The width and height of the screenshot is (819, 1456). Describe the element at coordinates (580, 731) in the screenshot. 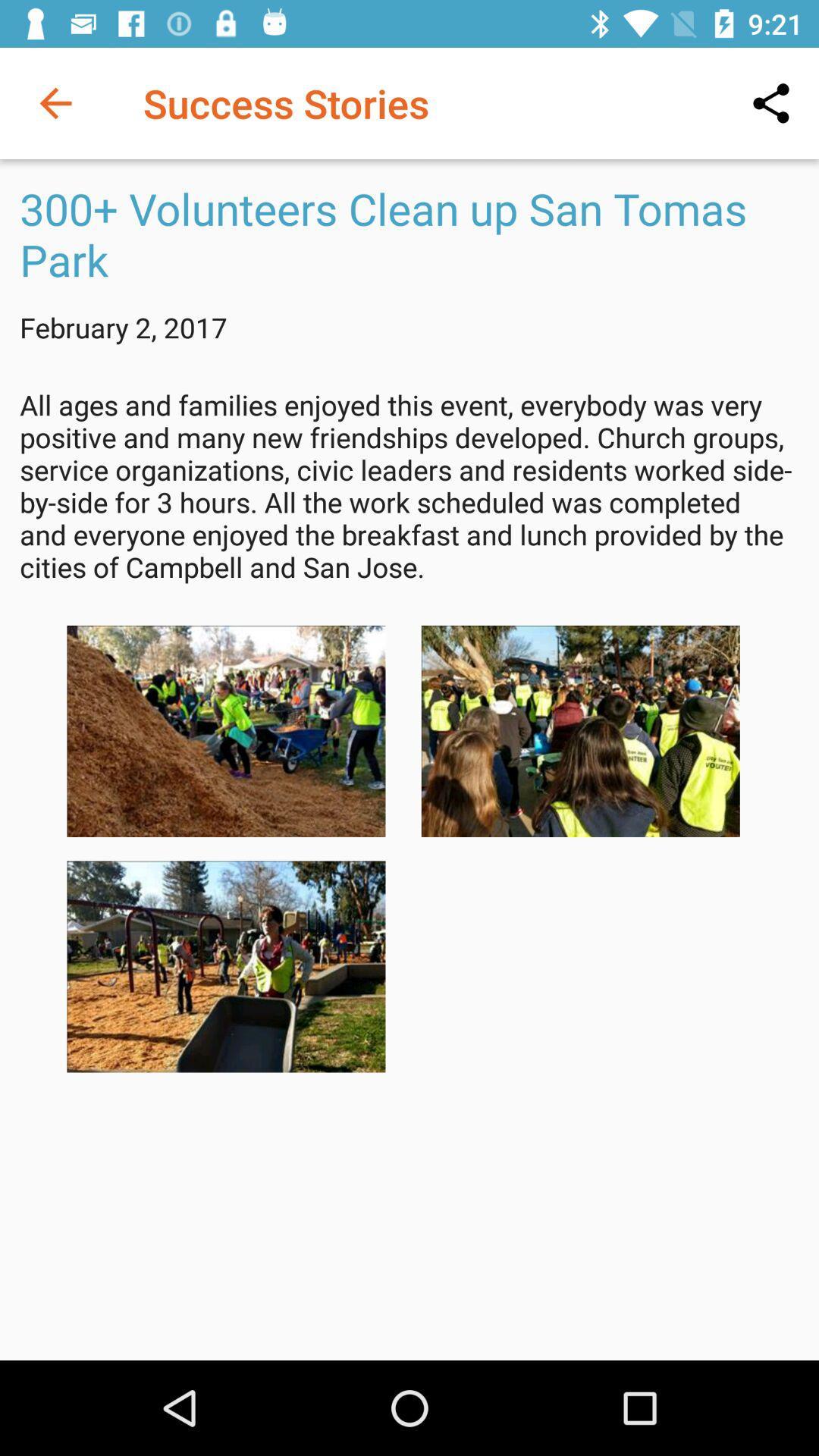

I see `open image` at that location.